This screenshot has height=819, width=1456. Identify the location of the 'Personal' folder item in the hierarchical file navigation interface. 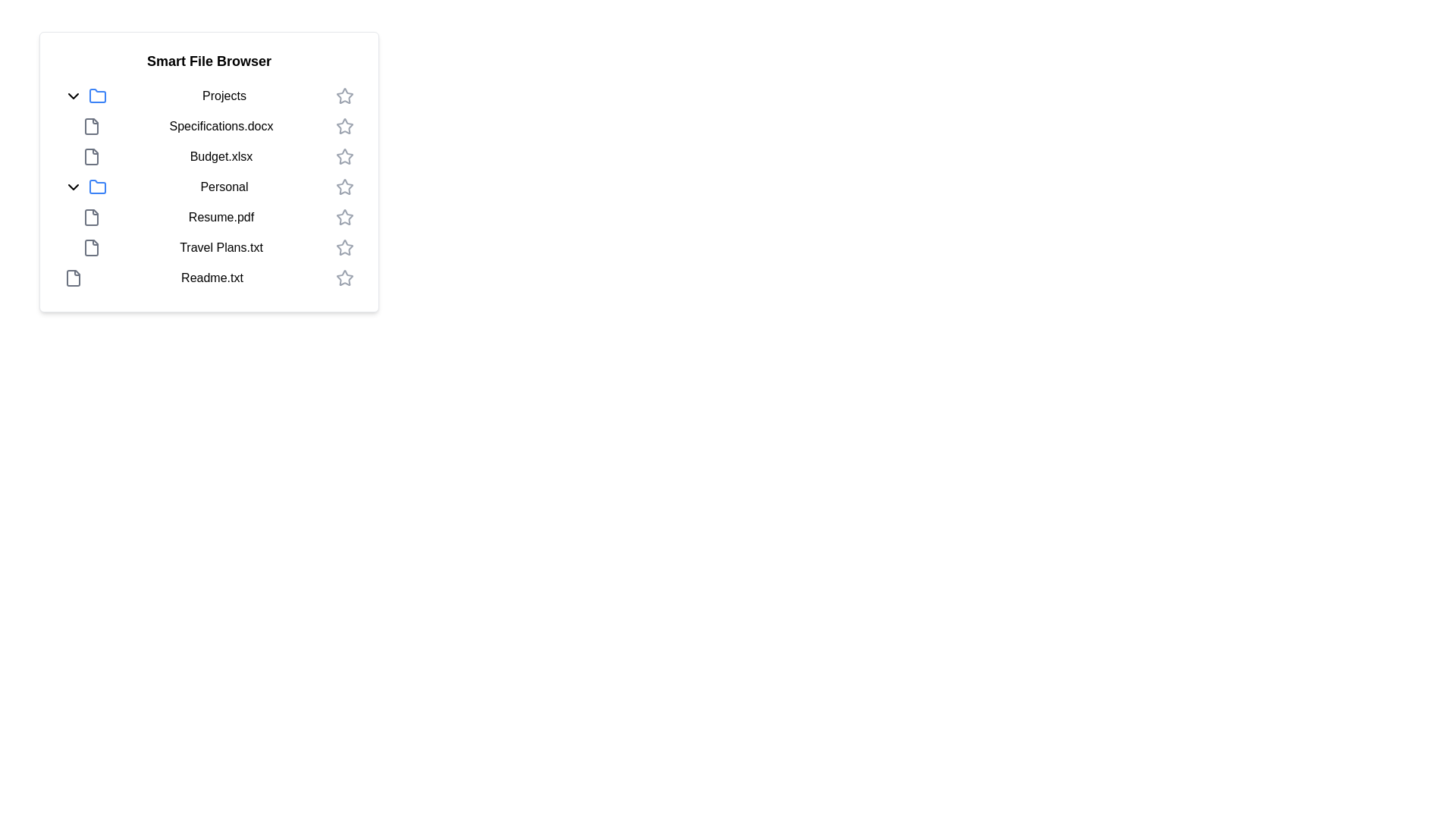
(208, 186).